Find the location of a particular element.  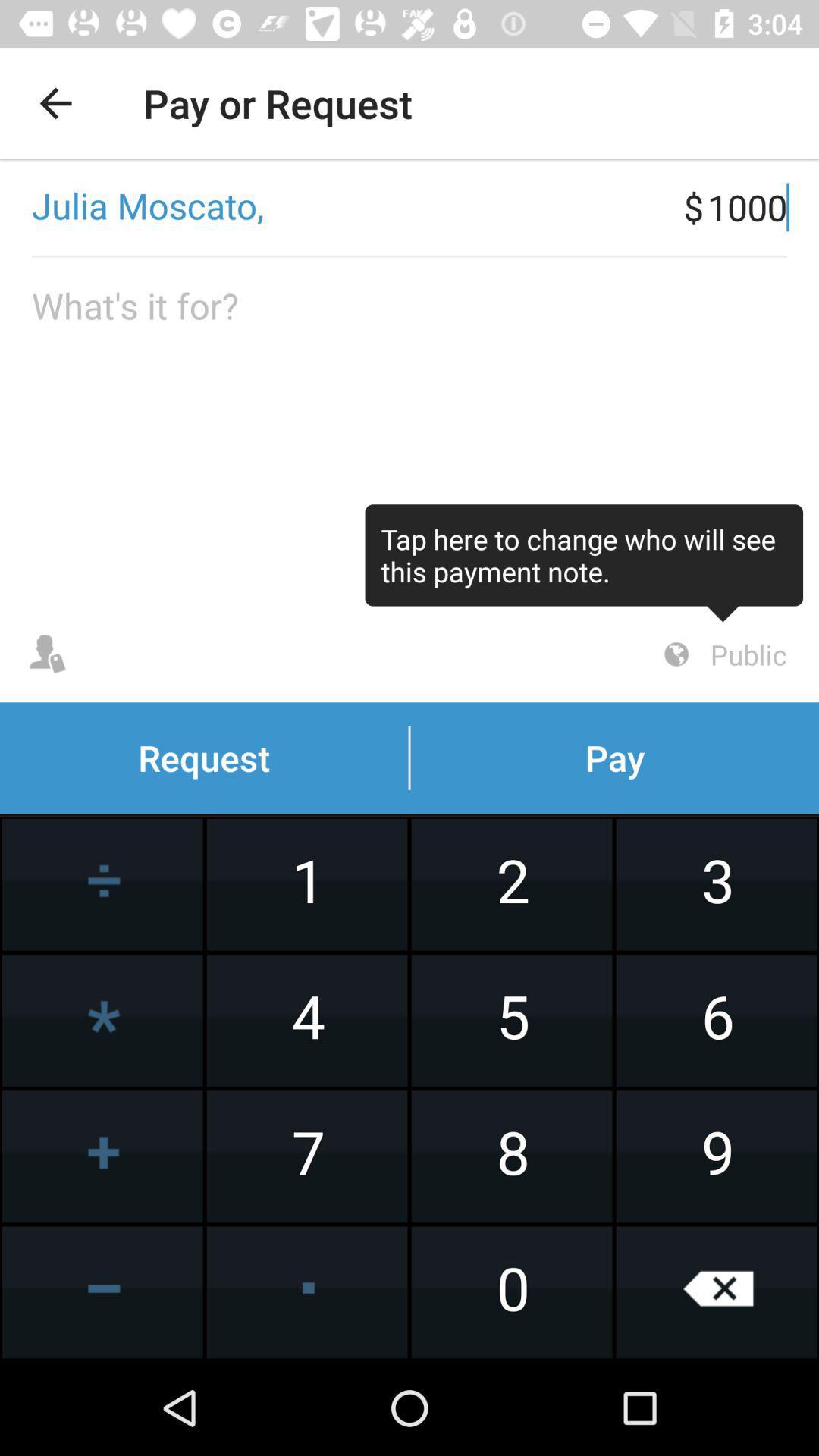

this is for entering the amount of money you want to pay or request is located at coordinates (409, 431).